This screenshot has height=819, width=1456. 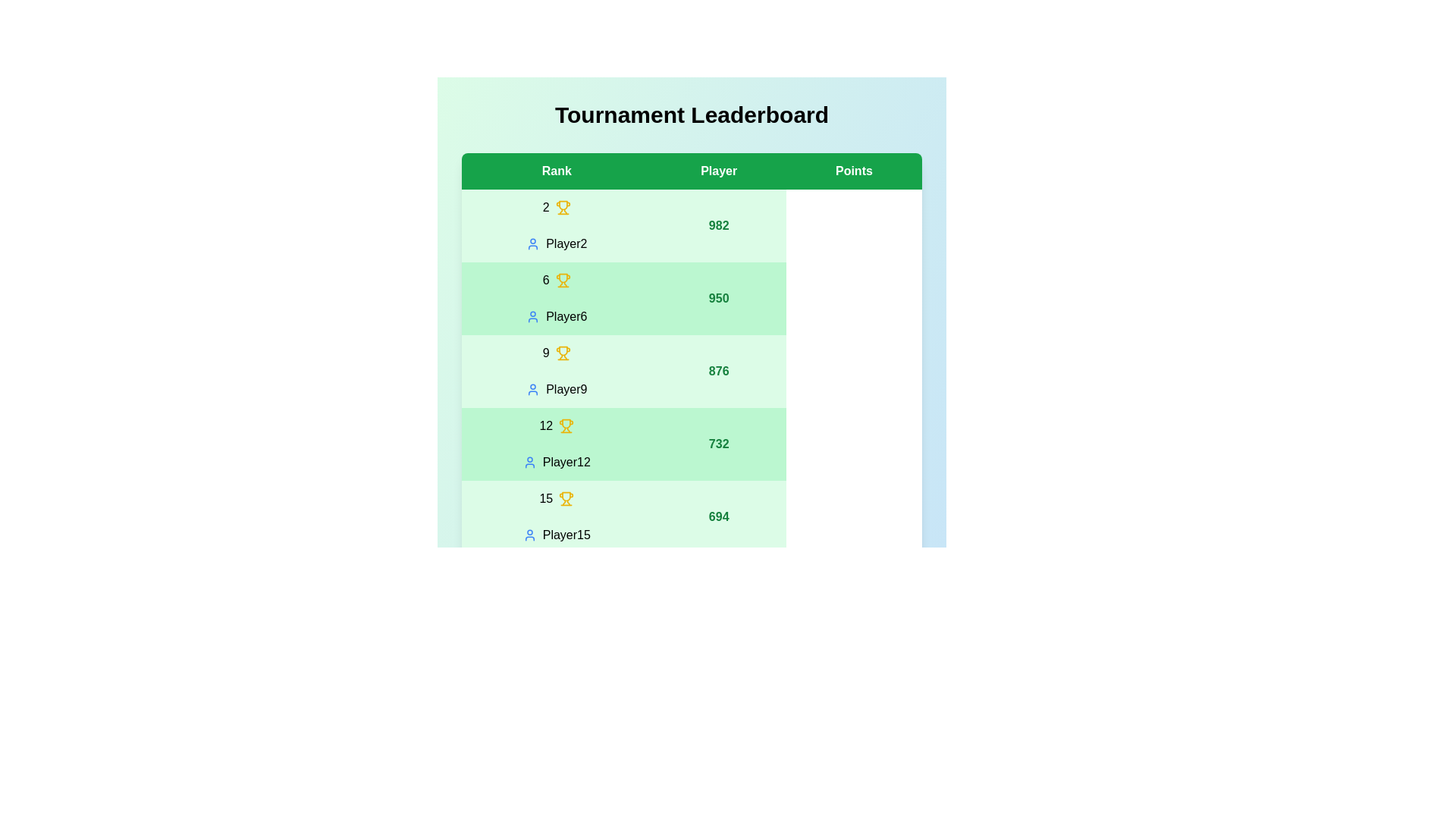 I want to click on the column header Rank to sort the leaderboard by that column, so click(x=556, y=171).